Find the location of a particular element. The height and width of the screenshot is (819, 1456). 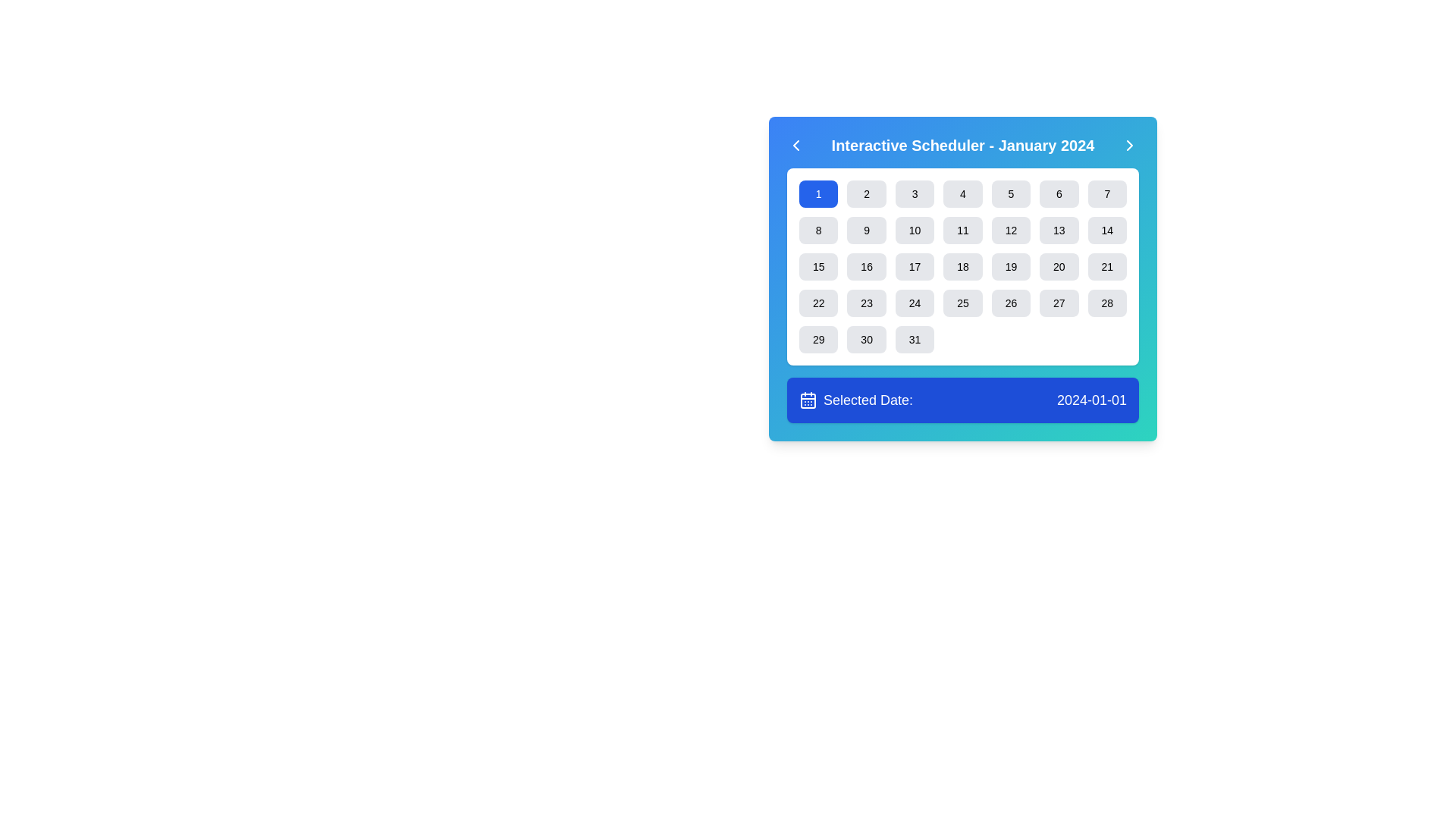

the button labeled '8' in the calendar grid, which has a light gray background and rounded corners is located at coordinates (817, 231).